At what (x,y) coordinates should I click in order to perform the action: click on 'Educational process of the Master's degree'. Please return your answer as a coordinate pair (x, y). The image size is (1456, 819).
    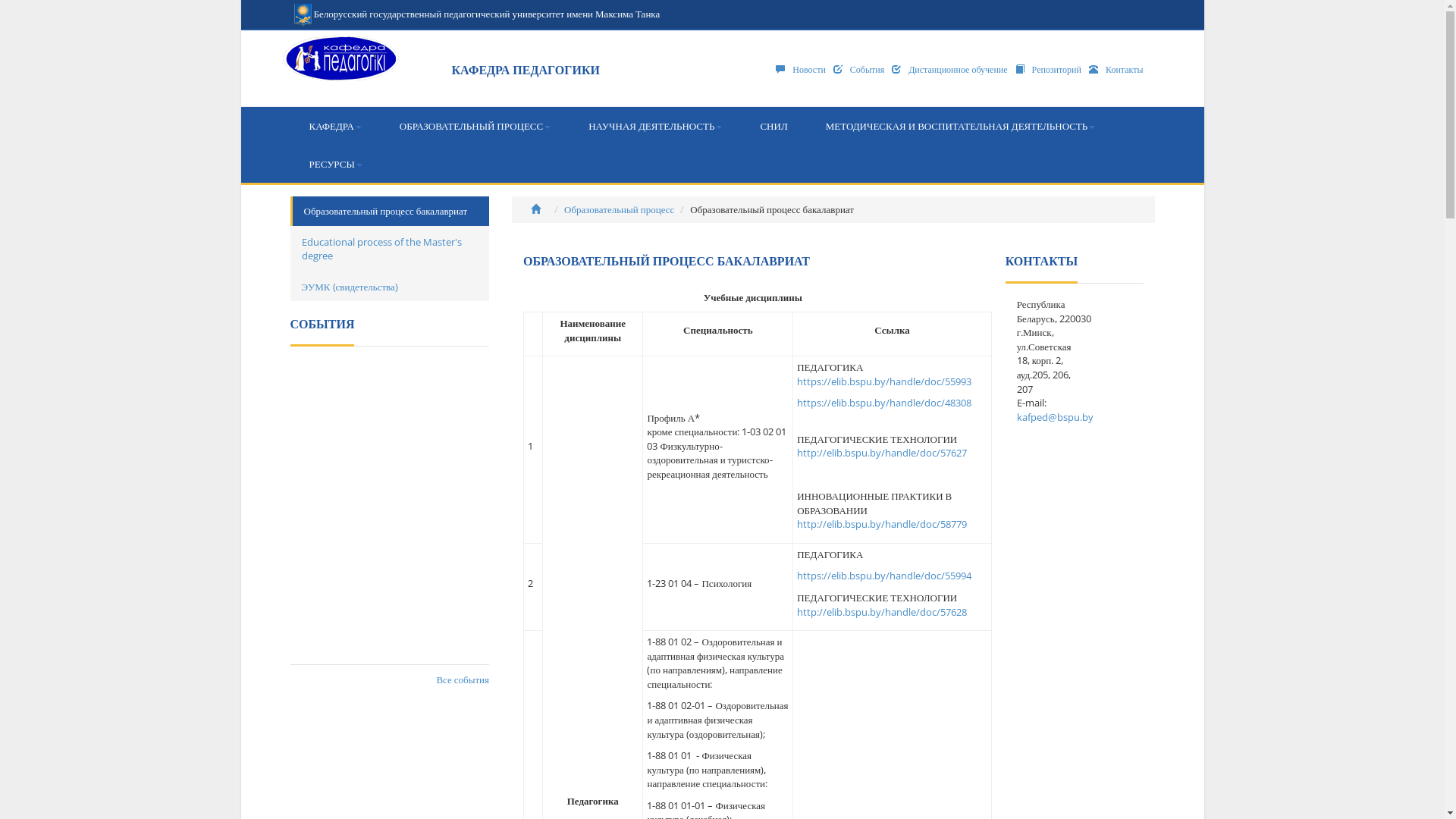
    Looking at the image, I should click on (389, 248).